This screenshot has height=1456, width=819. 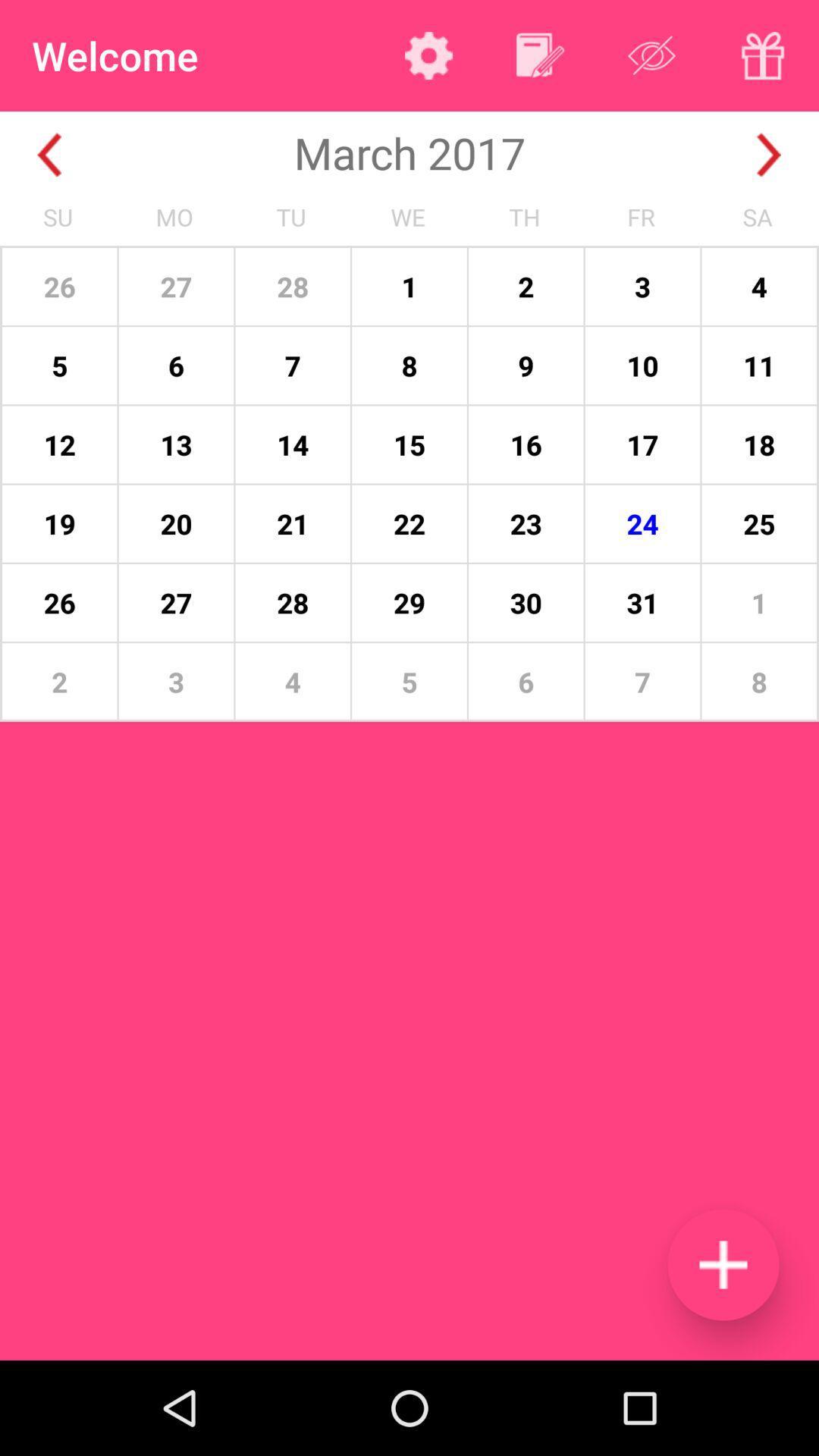 I want to click on item below the 7 icon, so click(x=722, y=1265).